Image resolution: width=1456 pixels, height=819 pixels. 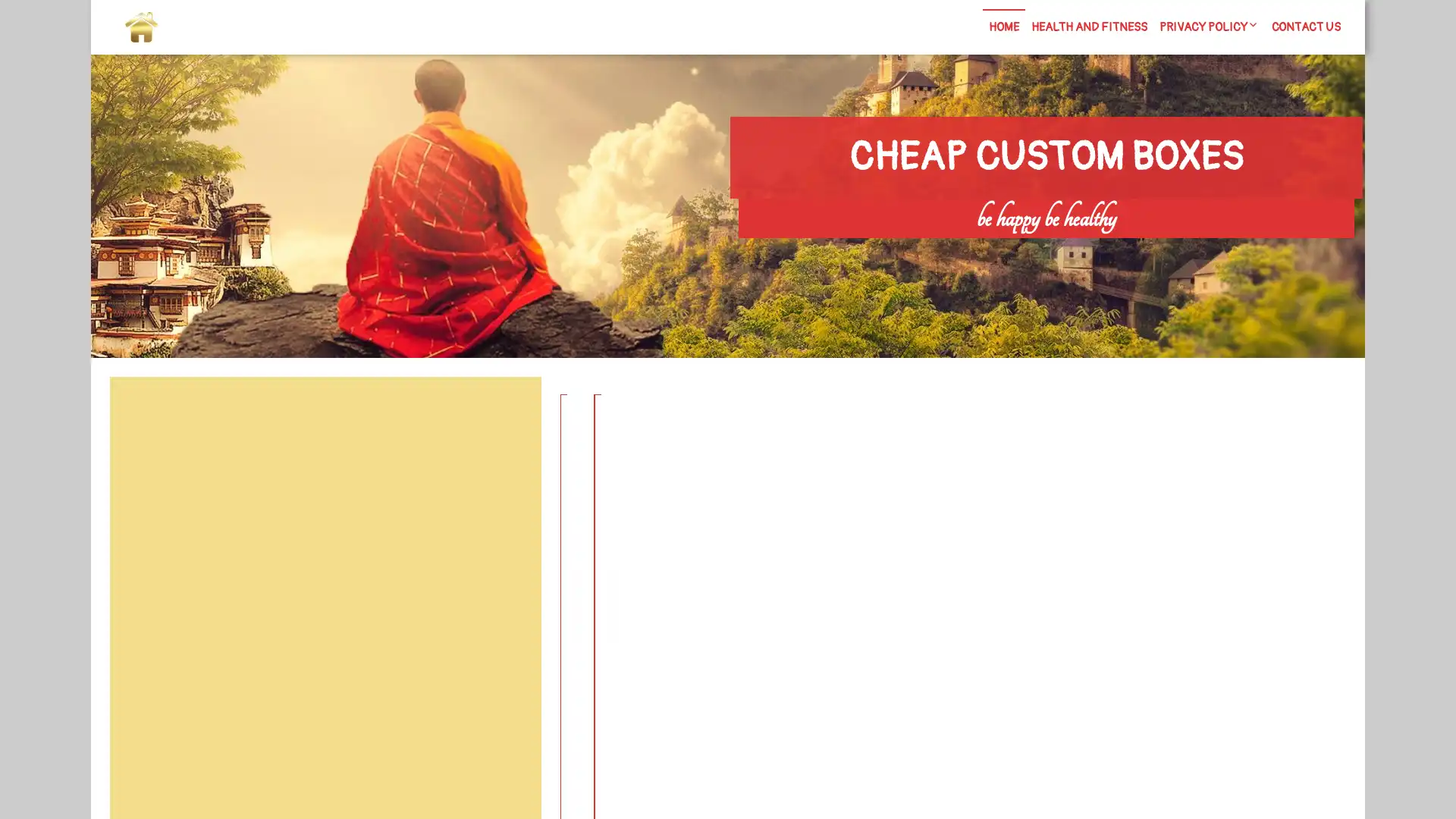 What do you see at coordinates (1181, 248) in the screenshot?
I see `Search` at bounding box center [1181, 248].